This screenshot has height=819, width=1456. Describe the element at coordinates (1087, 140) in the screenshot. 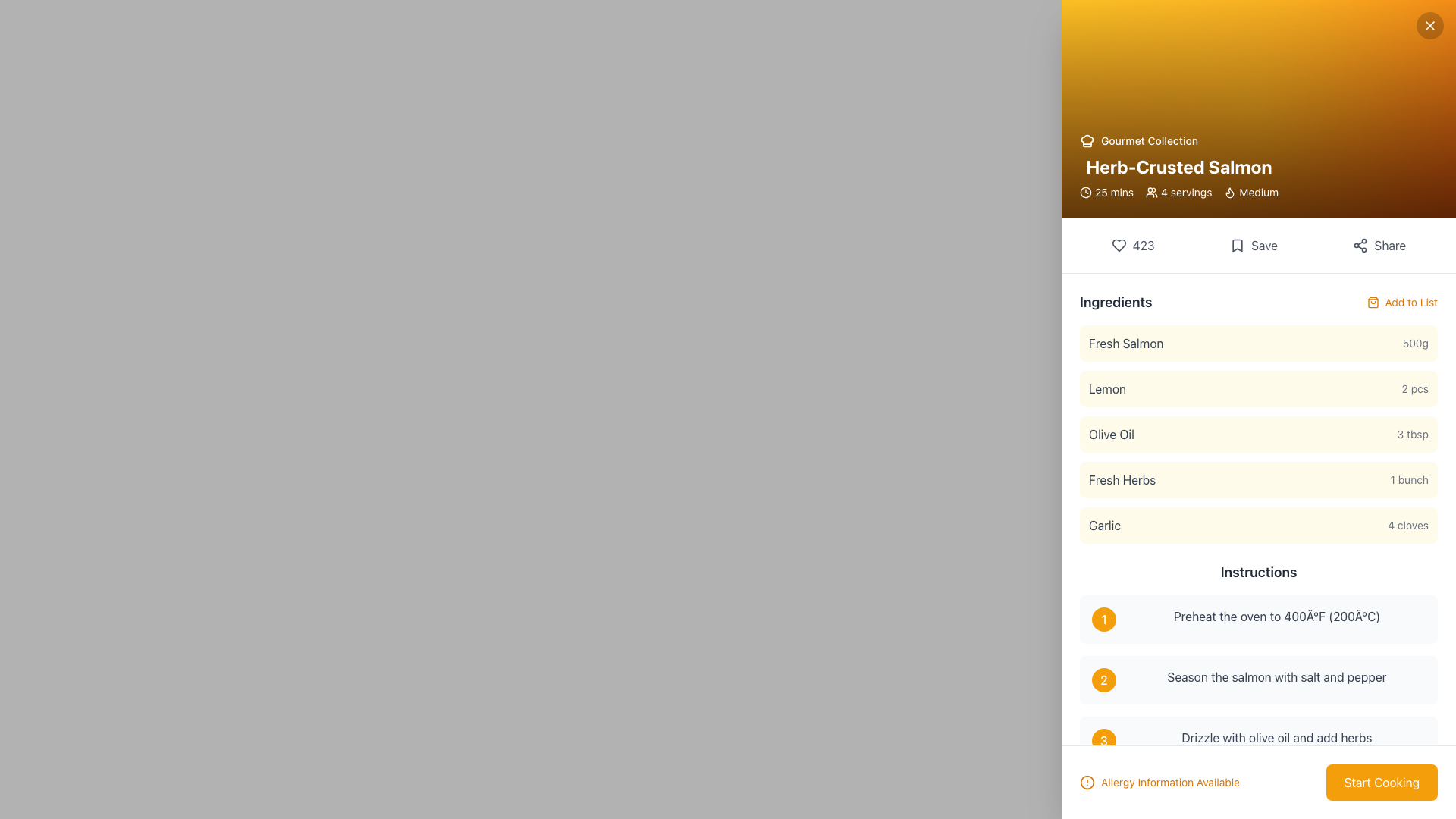

I see `the chef hat icon, which is a decorative element styled as a line drawing, located to the left of the 'Gourmet Collection' text in the header section` at that location.